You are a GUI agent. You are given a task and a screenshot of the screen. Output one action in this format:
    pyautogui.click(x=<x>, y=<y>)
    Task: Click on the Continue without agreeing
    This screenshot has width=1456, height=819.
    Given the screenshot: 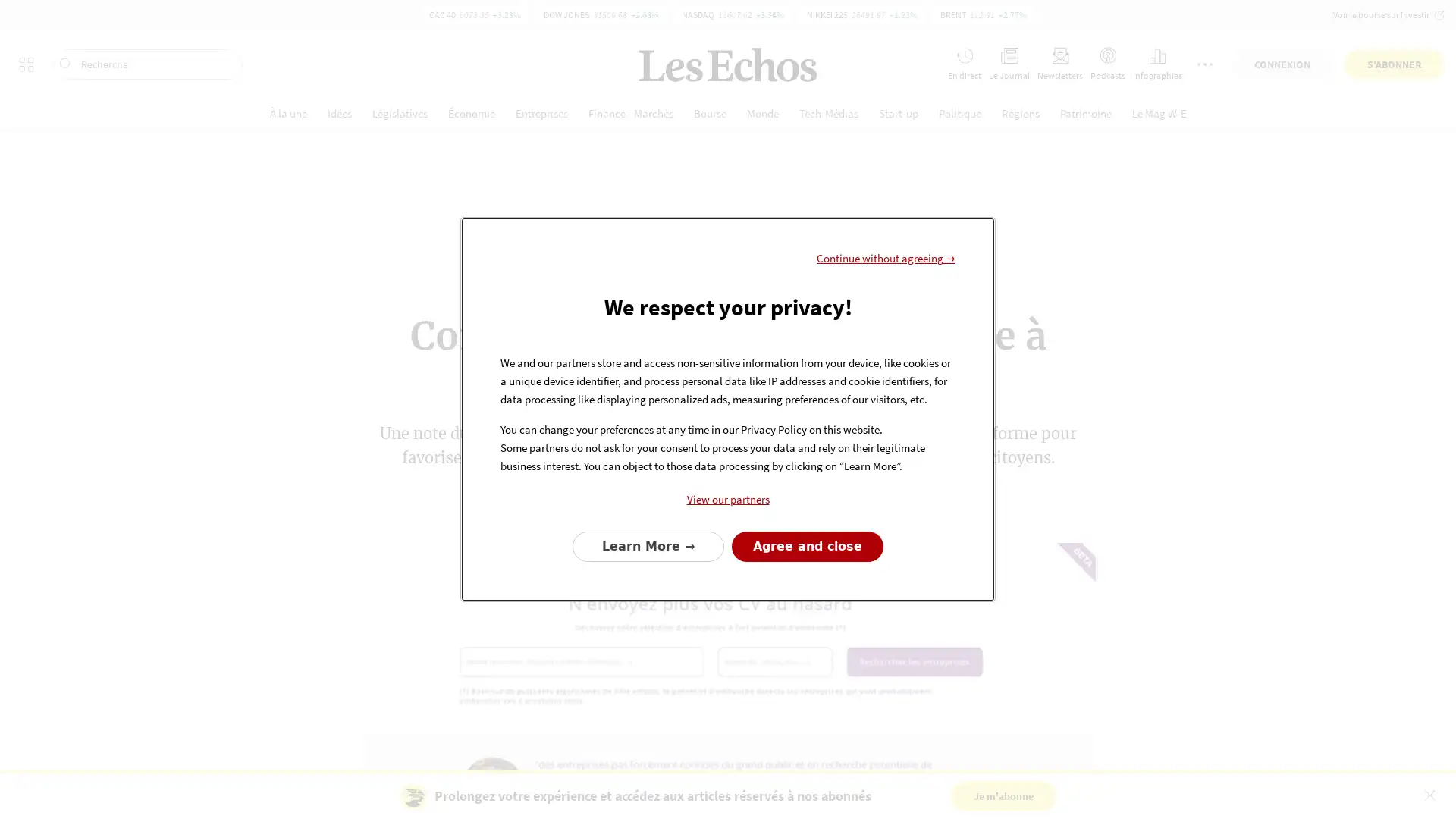 What is the action you would take?
    pyautogui.click(x=886, y=256)
    